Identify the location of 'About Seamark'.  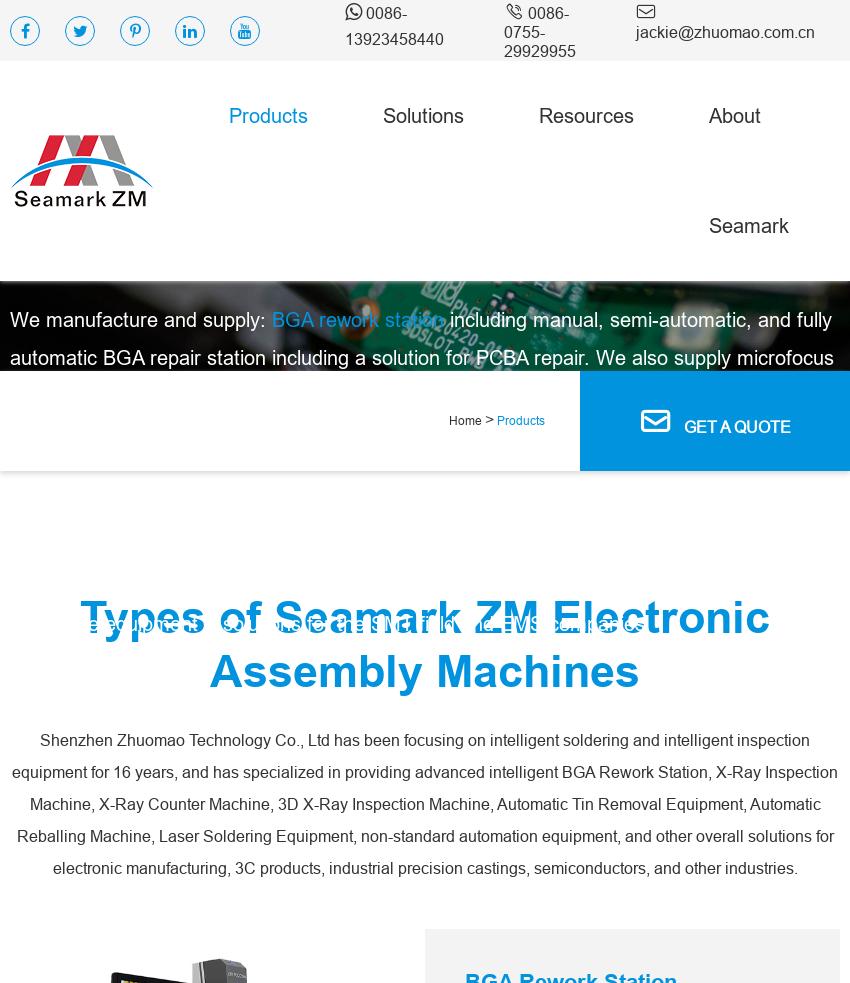
(749, 170).